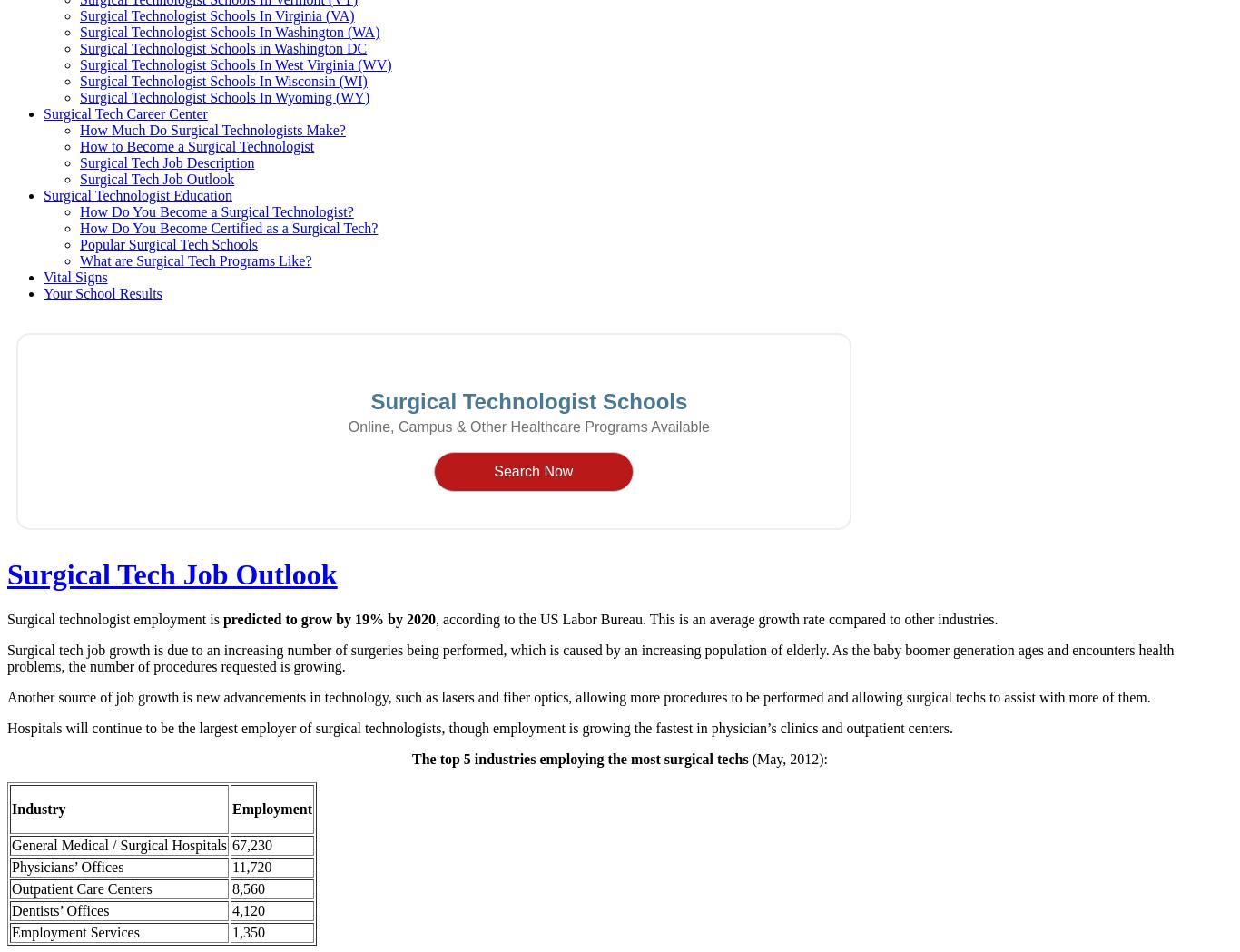 This screenshot has height=952, width=1240. Describe the element at coordinates (196, 145) in the screenshot. I see `'How to Become a Surgical Technologist'` at that location.